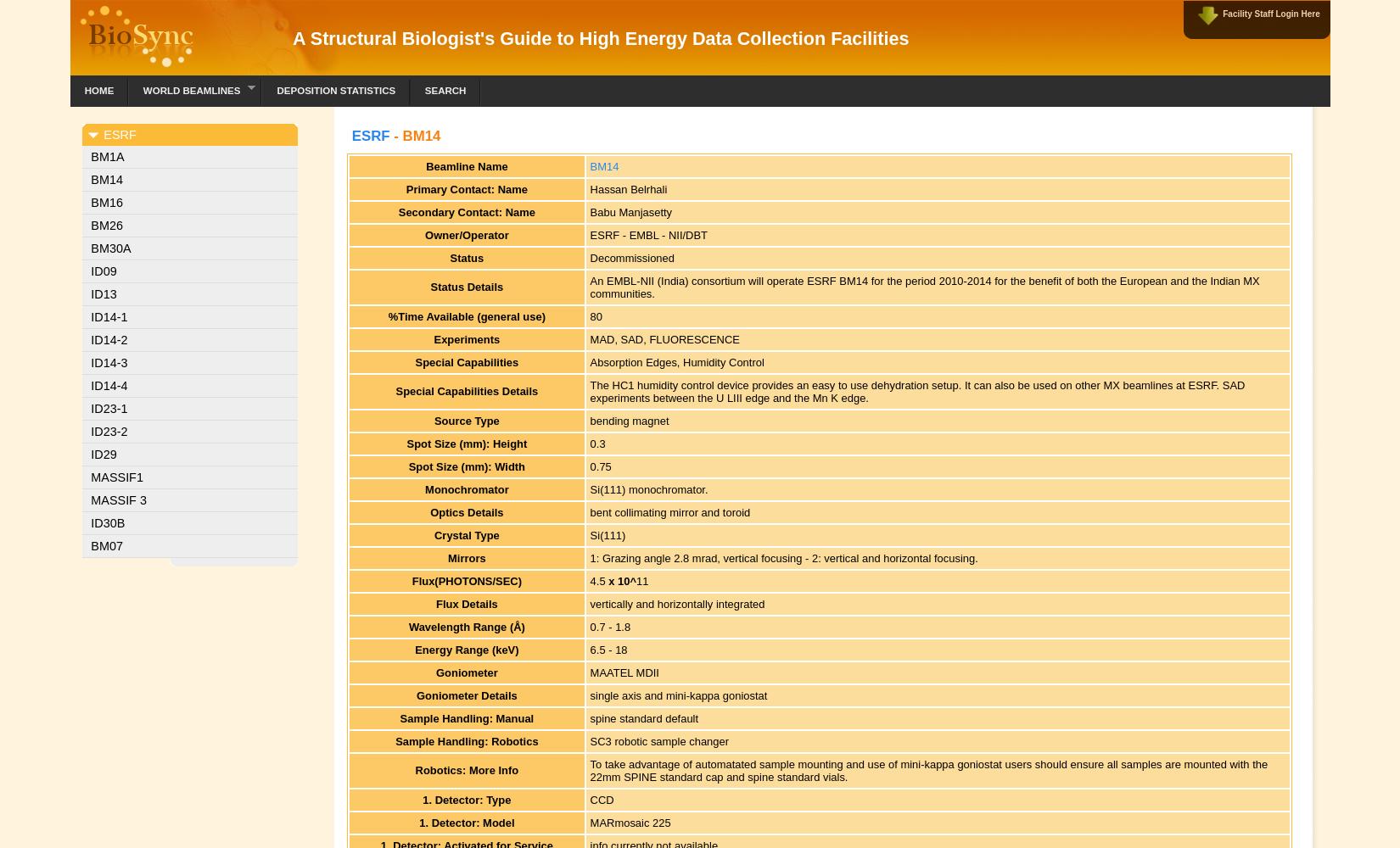  What do you see at coordinates (783, 557) in the screenshot?
I see `'1: Grazing angle 2.8 mrad, vertical focusing - 2: vertical and horizontal focusing.'` at bounding box center [783, 557].